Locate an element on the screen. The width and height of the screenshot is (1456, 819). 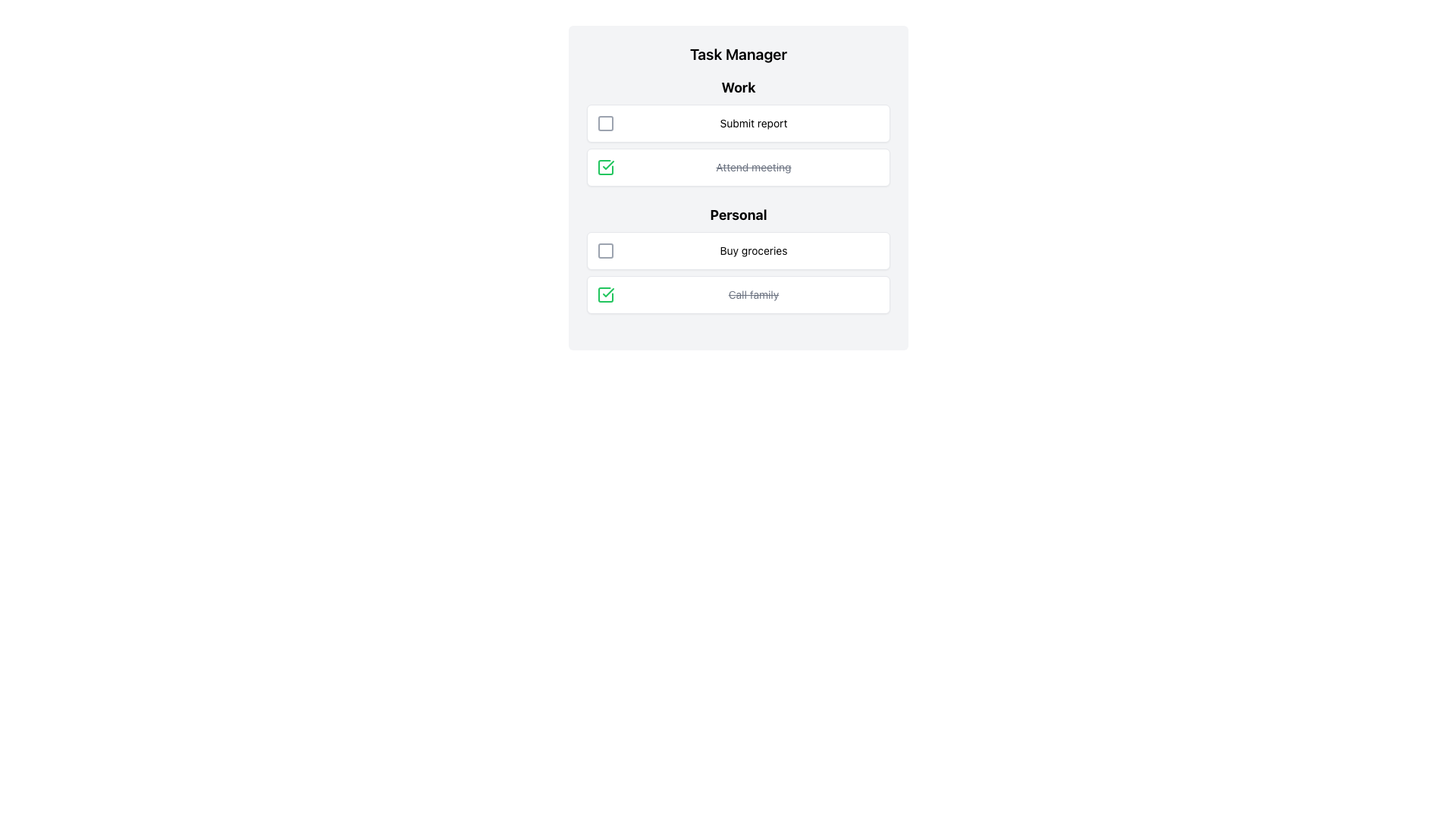
text content of the 'Submit report' label located to the right of the checkbox icon in the 'Work' section is located at coordinates (753, 122).